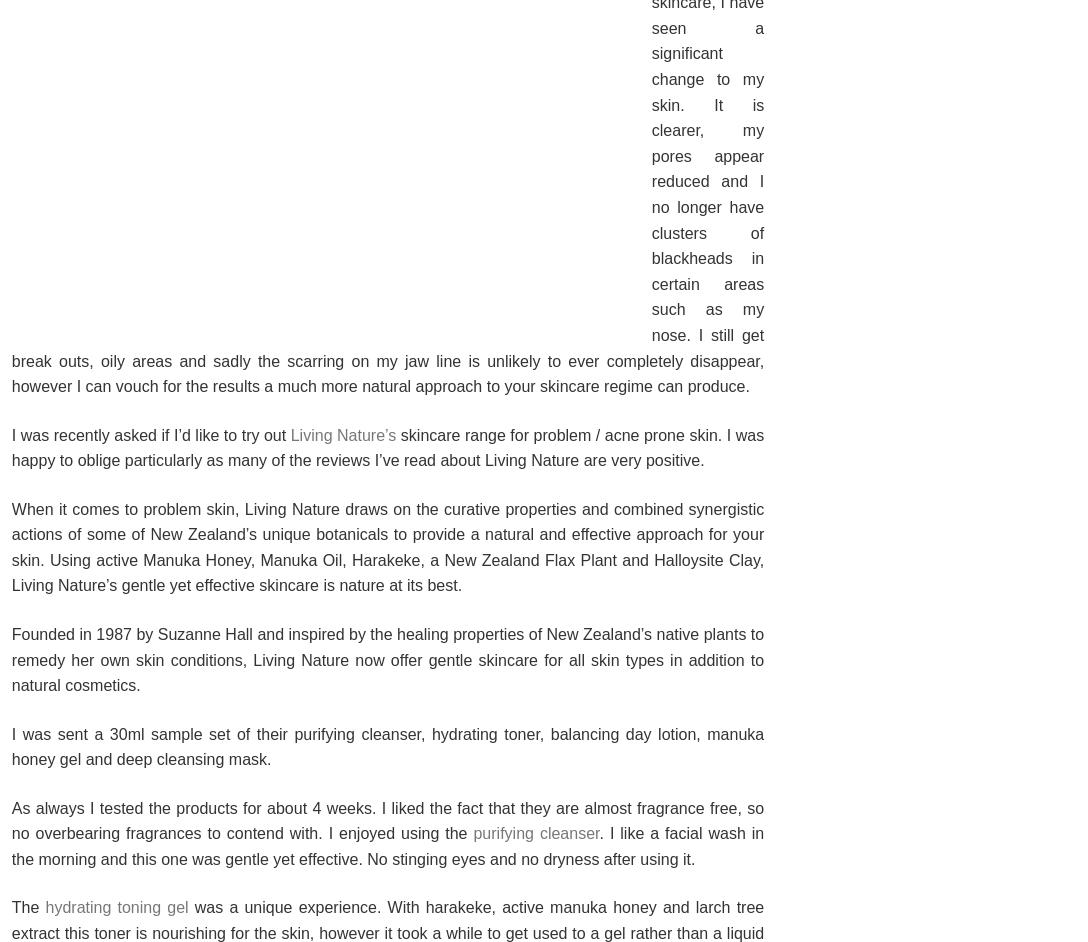  I want to click on 'The', so click(27, 906).